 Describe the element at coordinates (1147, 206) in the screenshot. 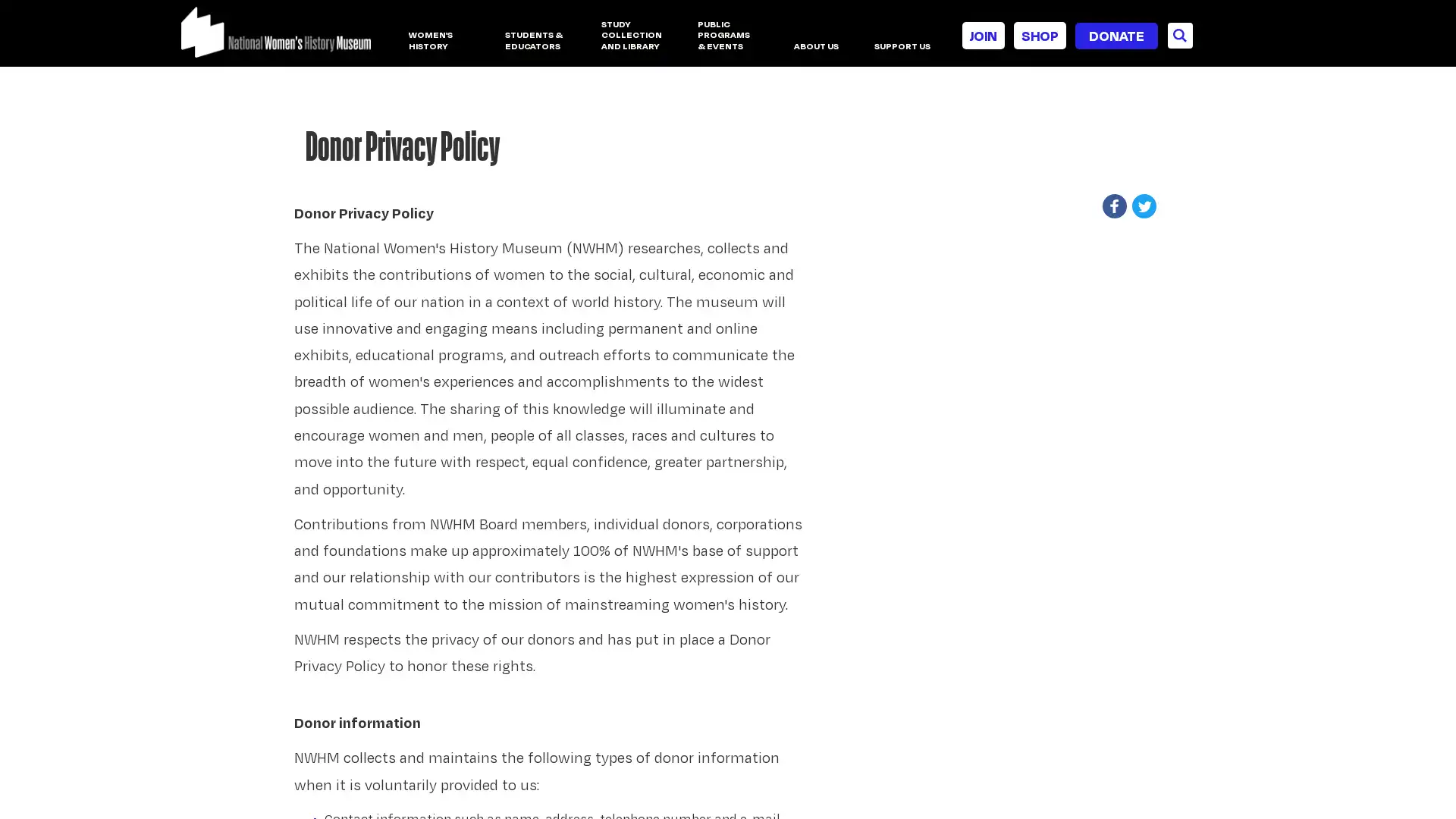

I see `Share to Twitter` at that location.